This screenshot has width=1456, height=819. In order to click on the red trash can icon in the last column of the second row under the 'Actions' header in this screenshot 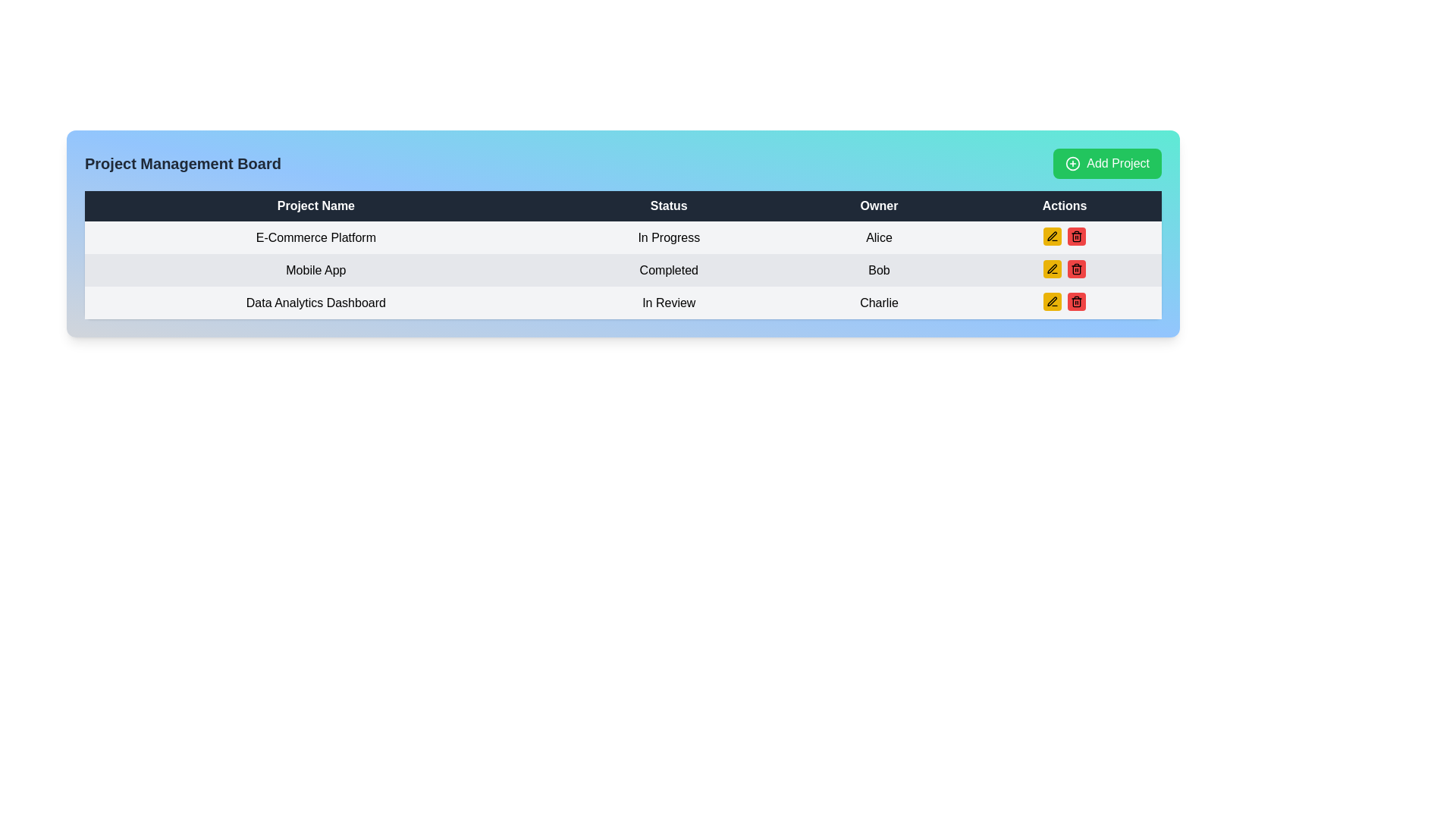, I will do `click(1076, 268)`.